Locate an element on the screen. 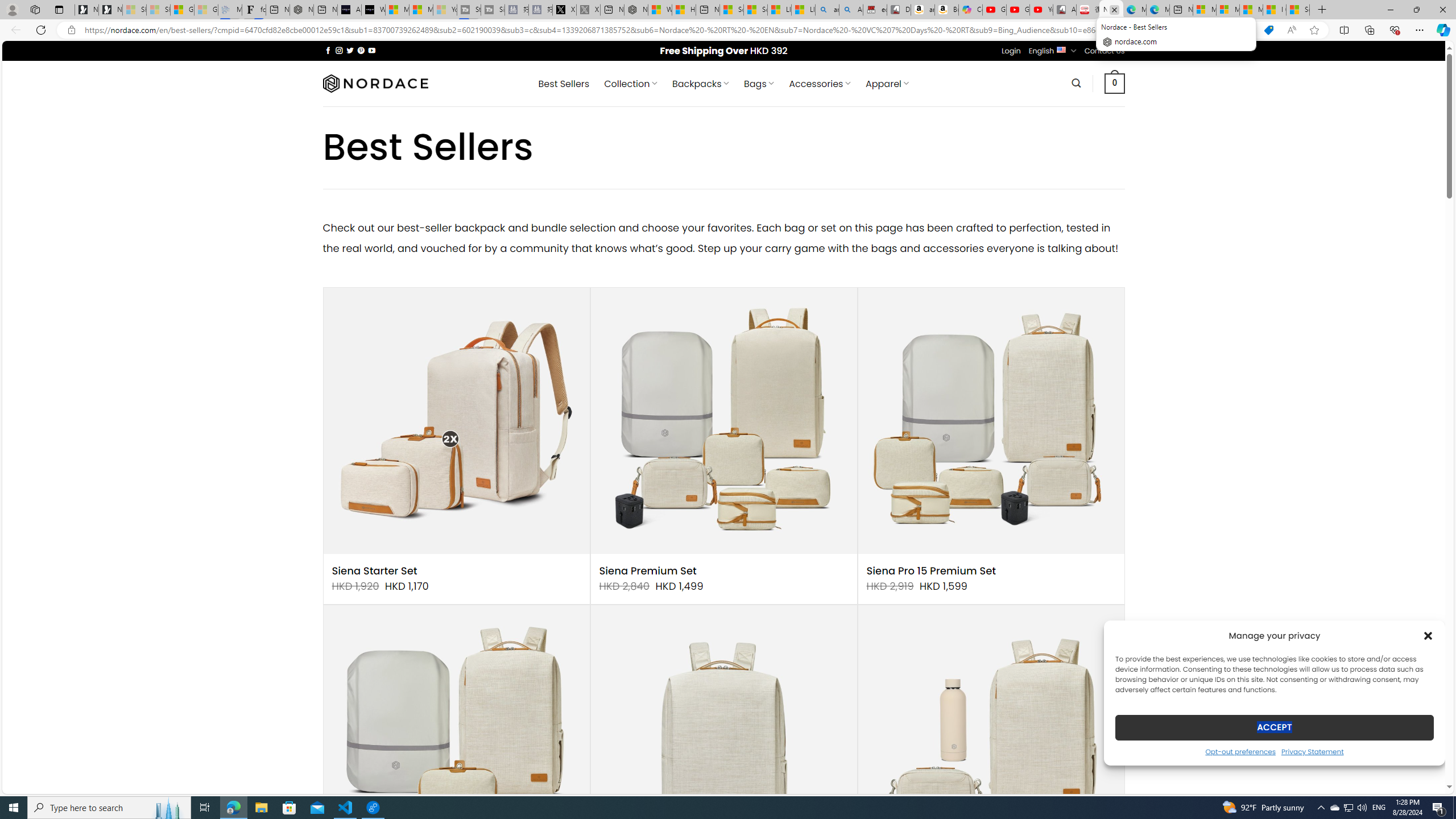  'Follow on Pinterest' is located at coordinates (359, 50).